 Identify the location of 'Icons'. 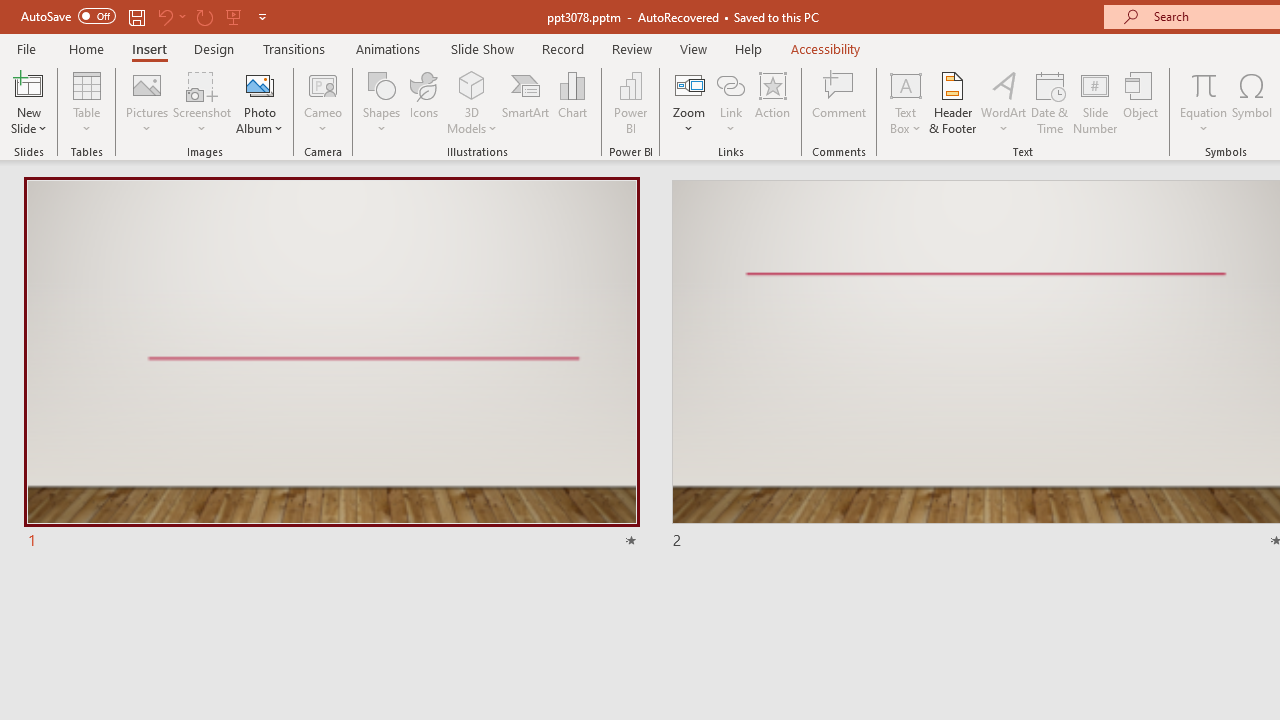
(423, 103).